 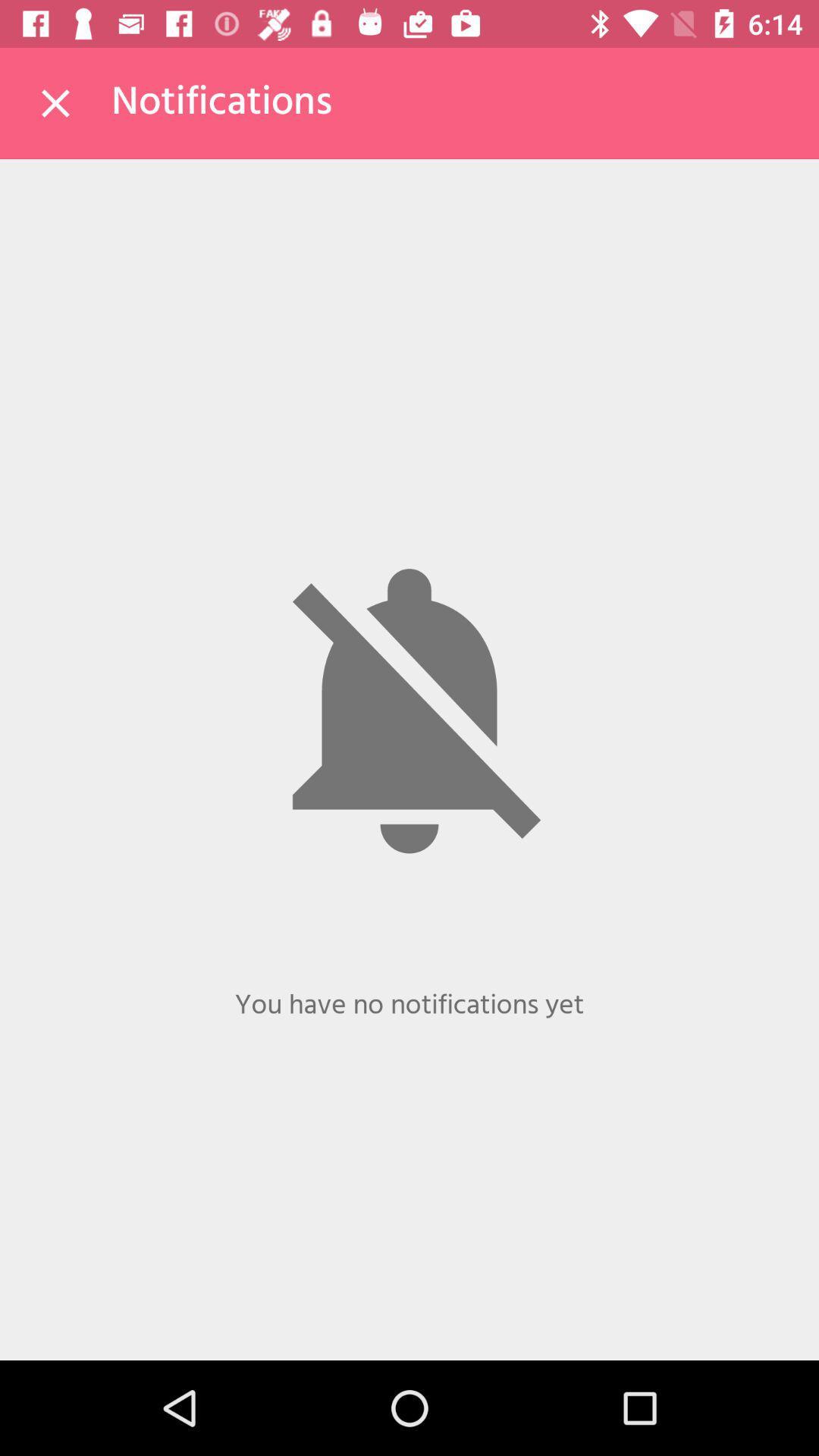 I want to click on the icon to the left of the notifications item, so click(x=55, y=102).